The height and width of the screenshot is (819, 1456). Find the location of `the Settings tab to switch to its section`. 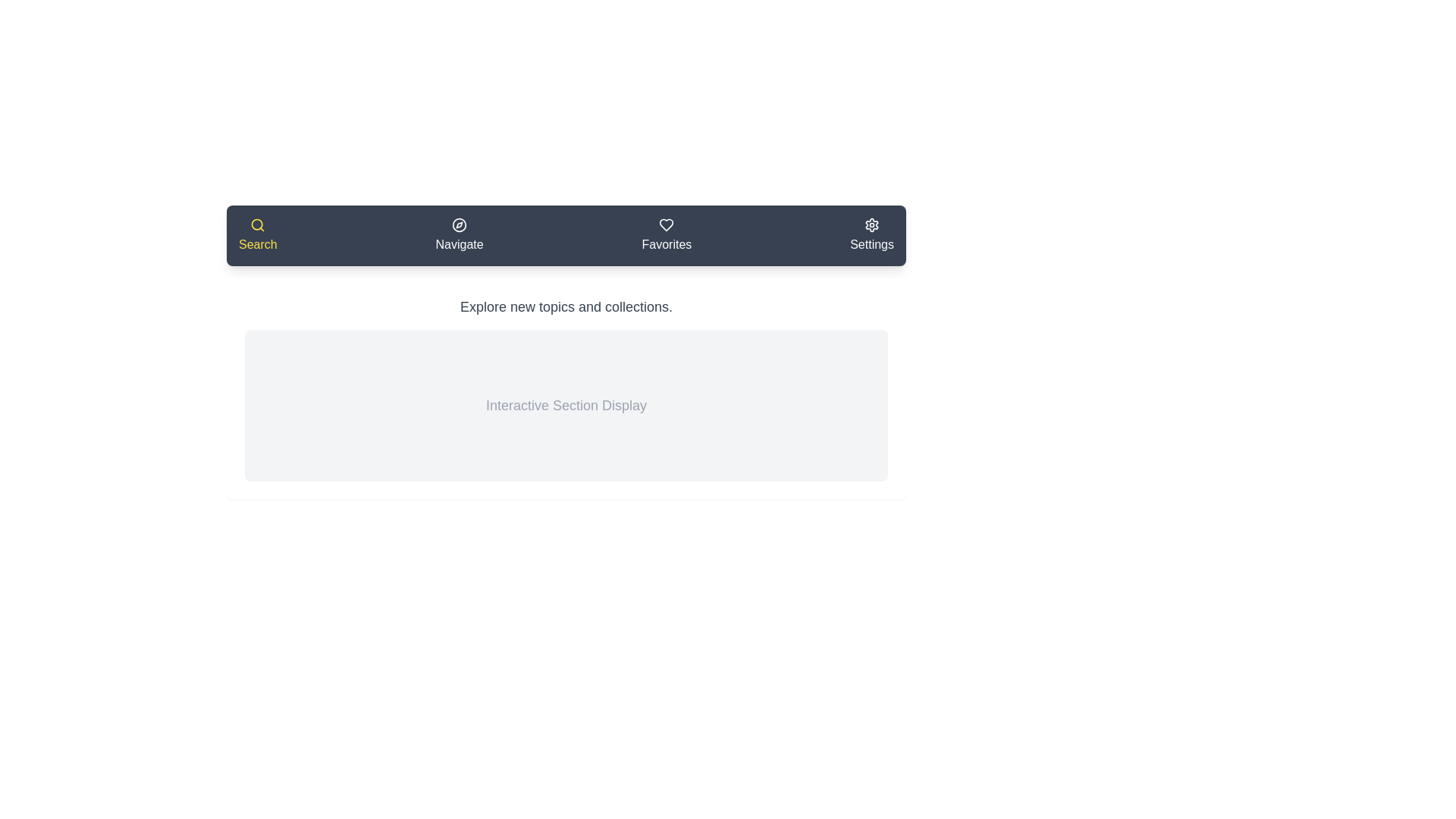

the Settings tab to switch to its section is located at coordinates (872, 236).